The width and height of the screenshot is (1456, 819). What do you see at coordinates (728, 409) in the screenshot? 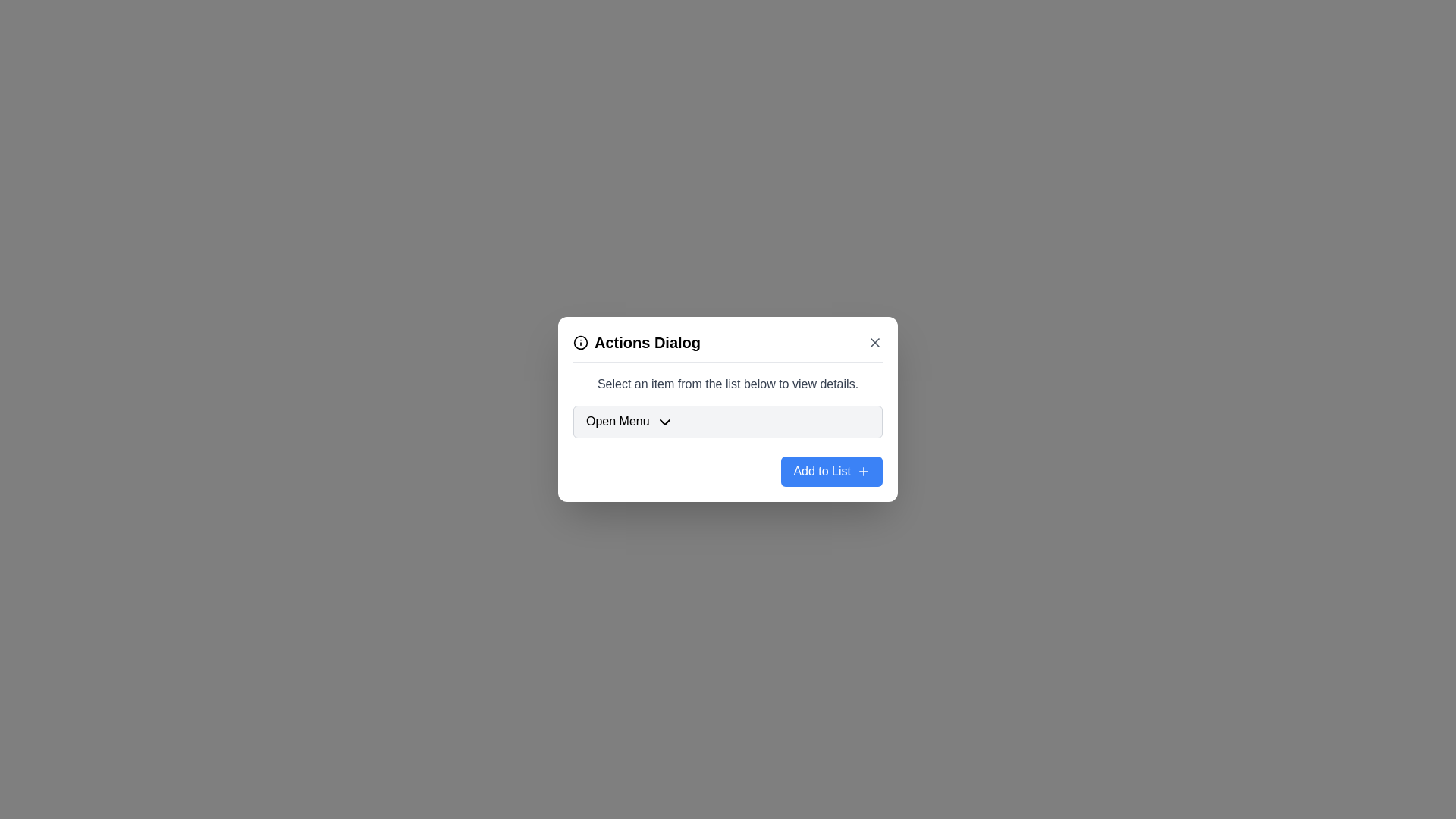
I see `the center of the dialog box to focus on it` at bounding box center [728, 409].